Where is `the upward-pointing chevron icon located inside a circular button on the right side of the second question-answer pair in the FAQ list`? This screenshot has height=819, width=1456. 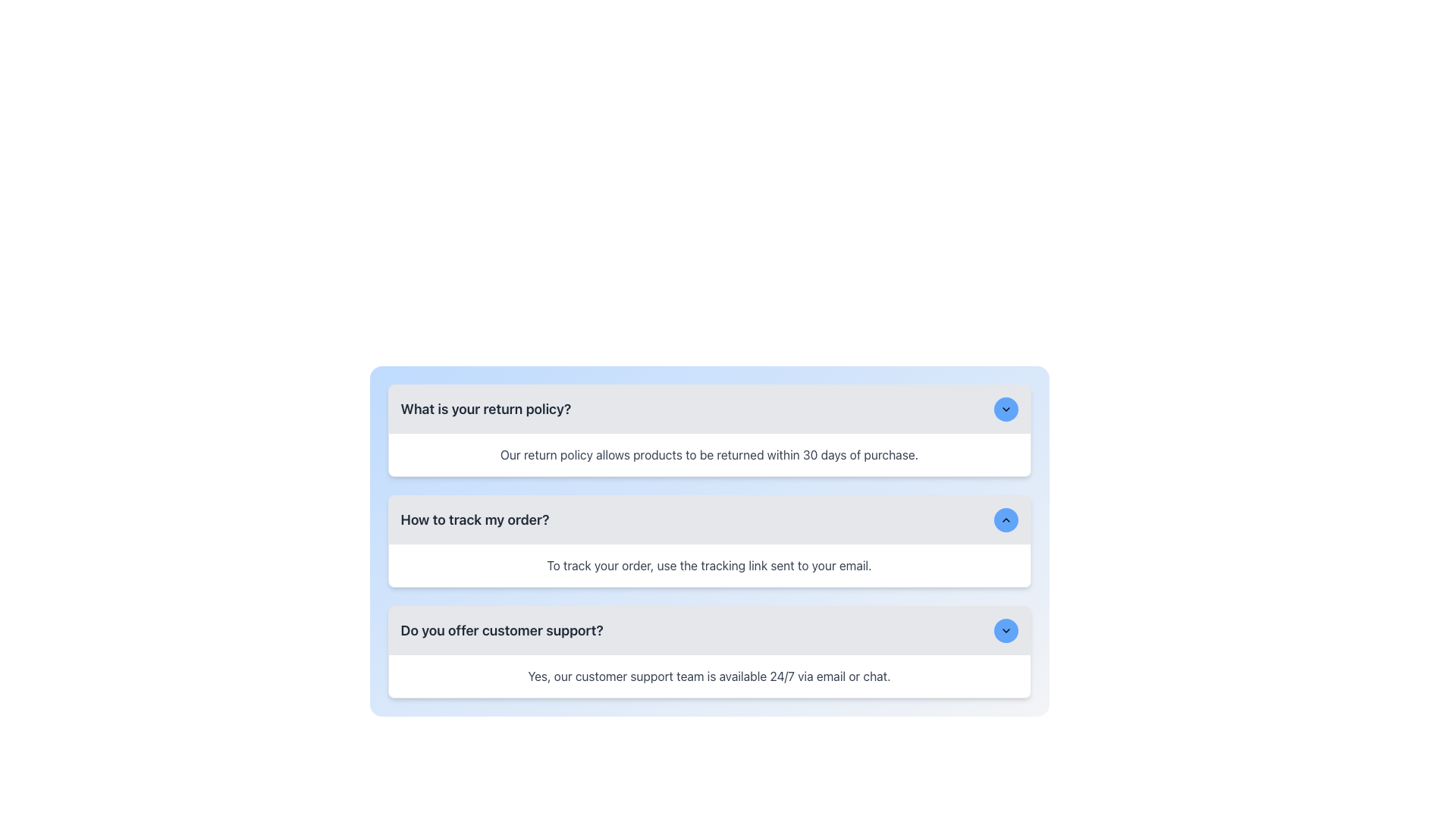 the upward-pointing chevron icon located inside a circular button on the right side of the second question-answer pair in the FAQ list is located at coordinates (1006, 519).